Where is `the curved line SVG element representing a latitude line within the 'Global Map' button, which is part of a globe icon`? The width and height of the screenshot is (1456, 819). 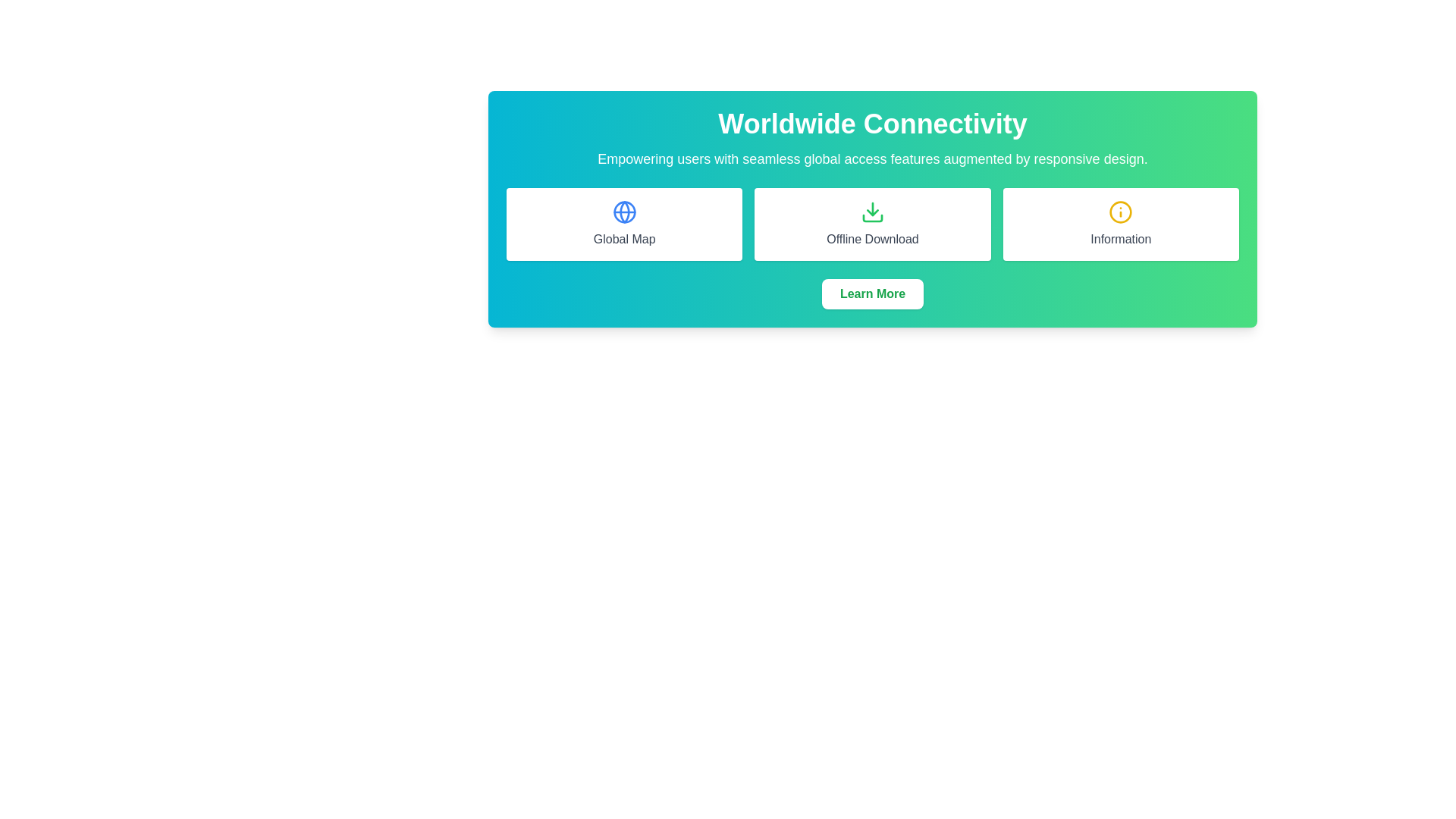 the curved line SVG element representing a latitude line within the 'Global Map' button, which is part of a globe icon is located at coordinates (624, 212).